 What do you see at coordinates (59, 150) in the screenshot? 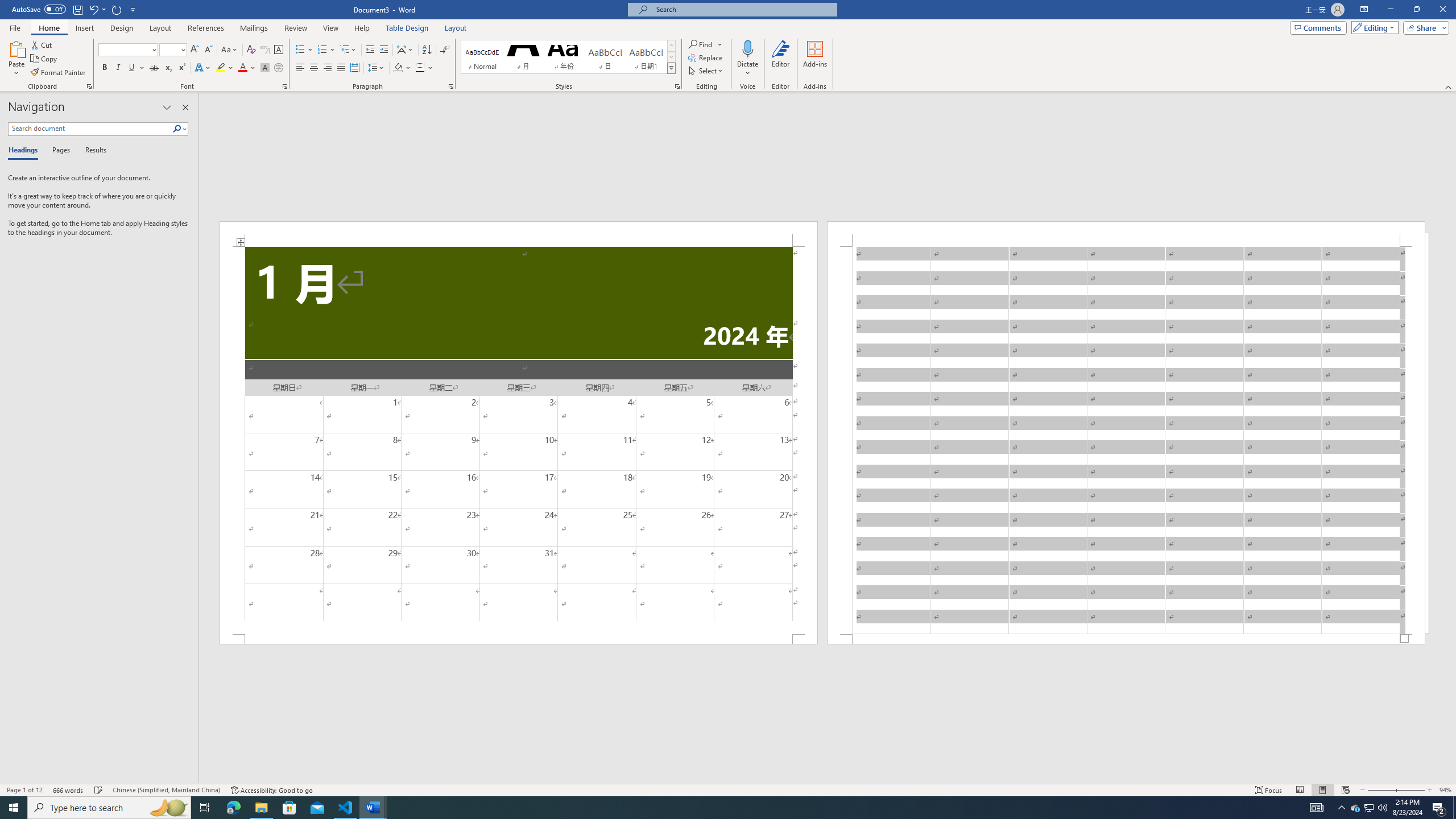
I see `'Pages'` at bounding box center [59, 150].